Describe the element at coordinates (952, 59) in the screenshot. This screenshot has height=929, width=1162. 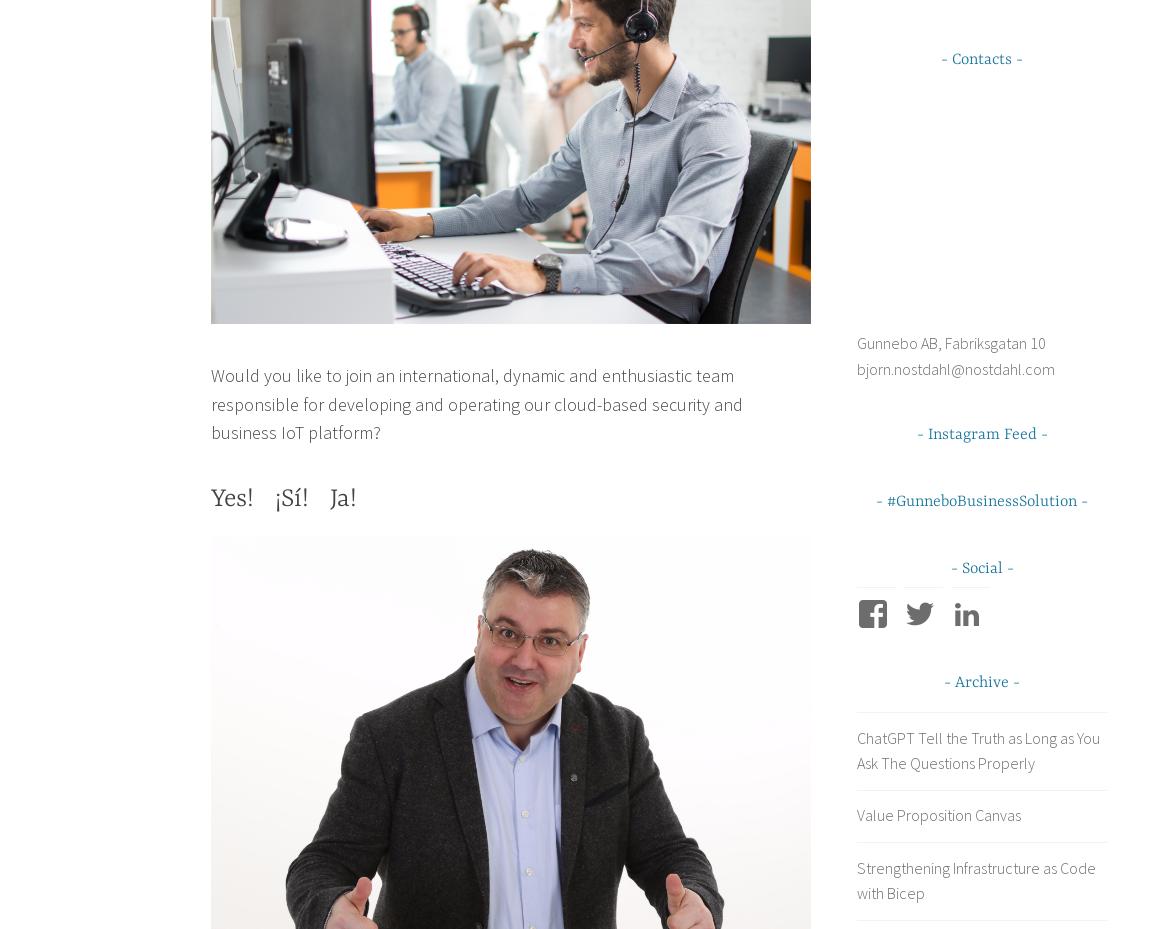
I see `'Contacts'` at that location.